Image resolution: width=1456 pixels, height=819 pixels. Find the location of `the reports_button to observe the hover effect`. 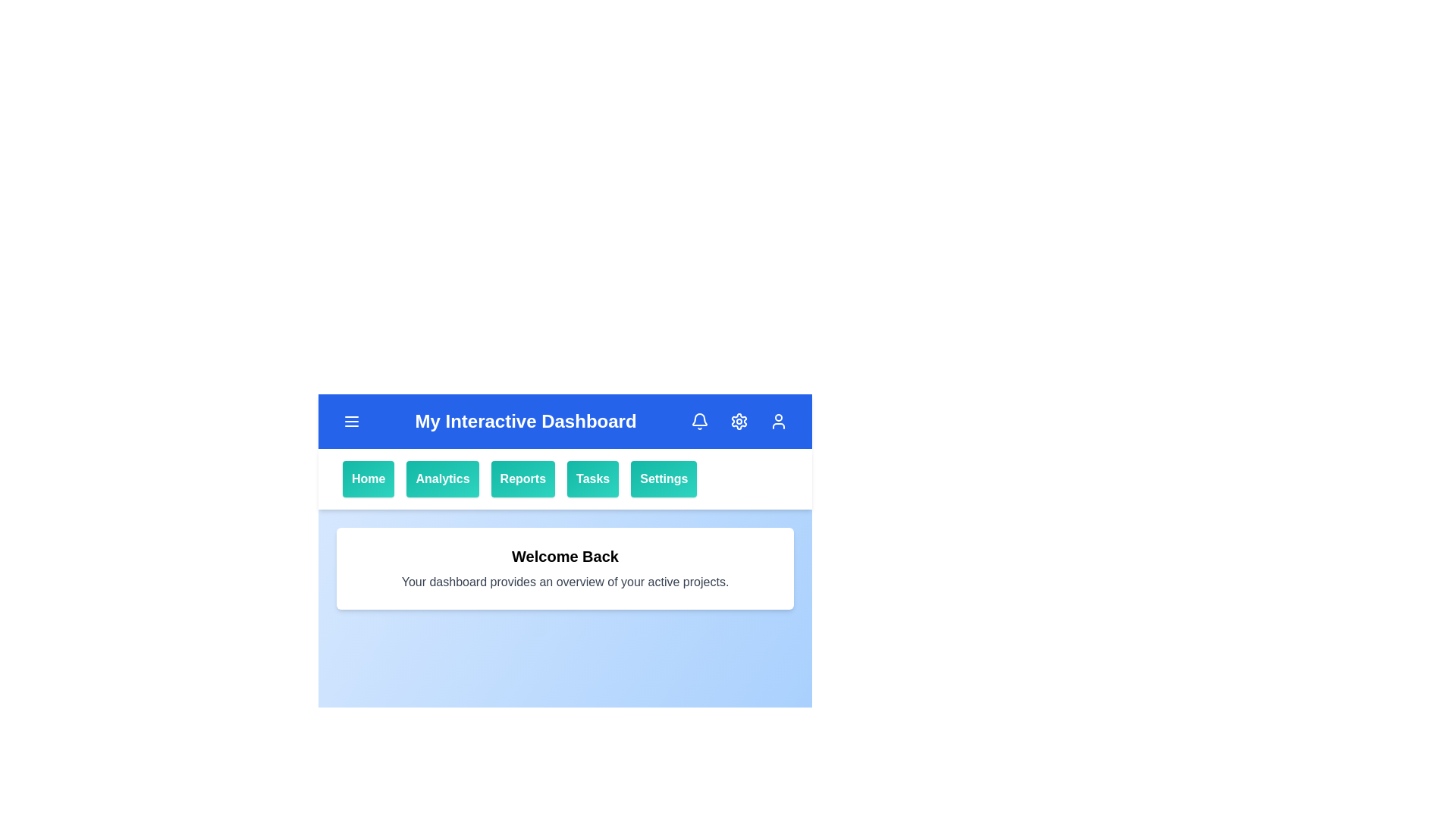

the reports_button to observe the hover effect is located at coordinates (522, 479).